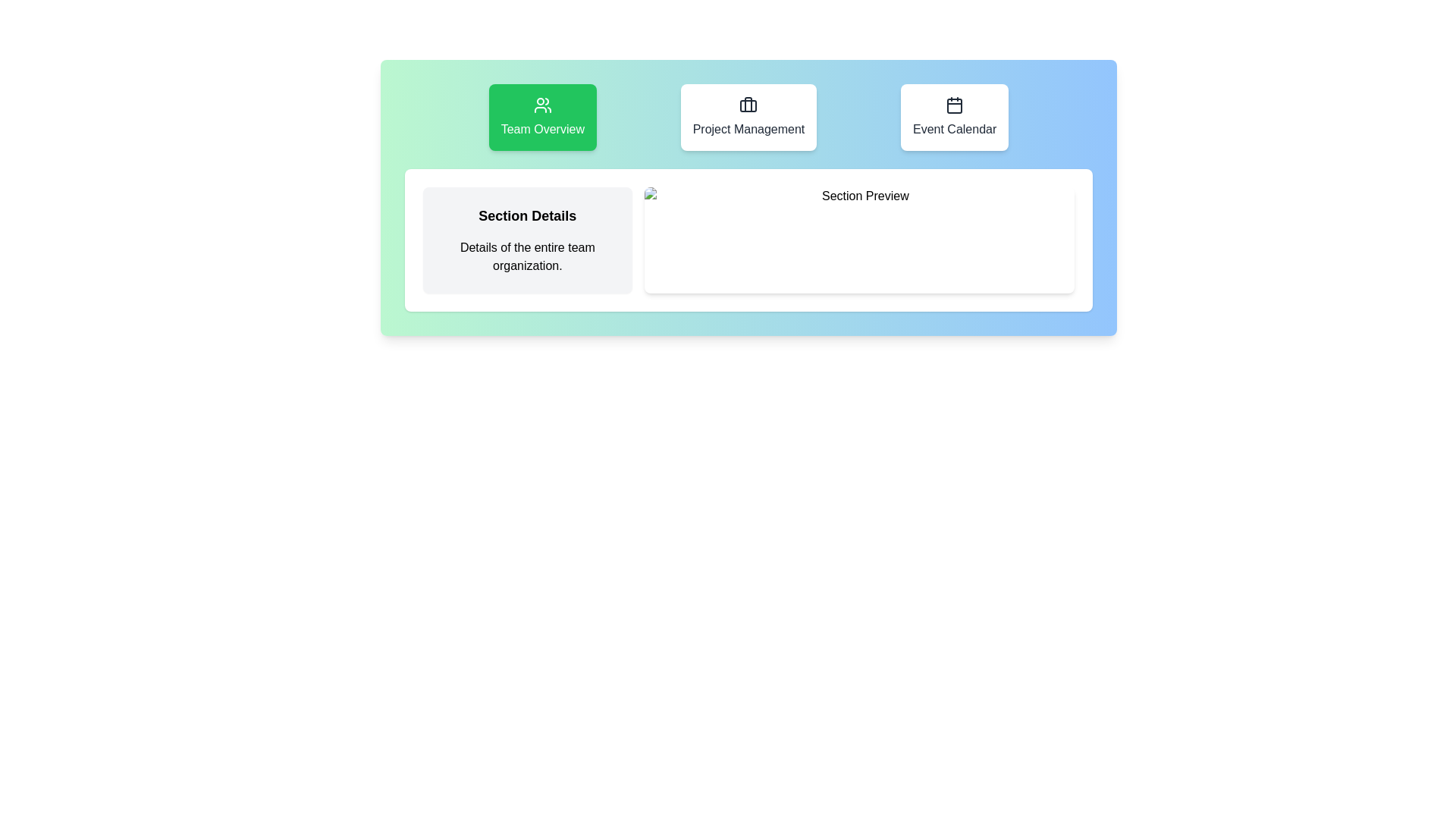 The height and width of the screenshot is (819, 1456). What do you see at coordinates (748, 104) in the screenshot?
I see `the briefcase icon located at the top-center of the 'Project Management' card, which is styled in outline format and primarily black` at bounding box center [748, 104].